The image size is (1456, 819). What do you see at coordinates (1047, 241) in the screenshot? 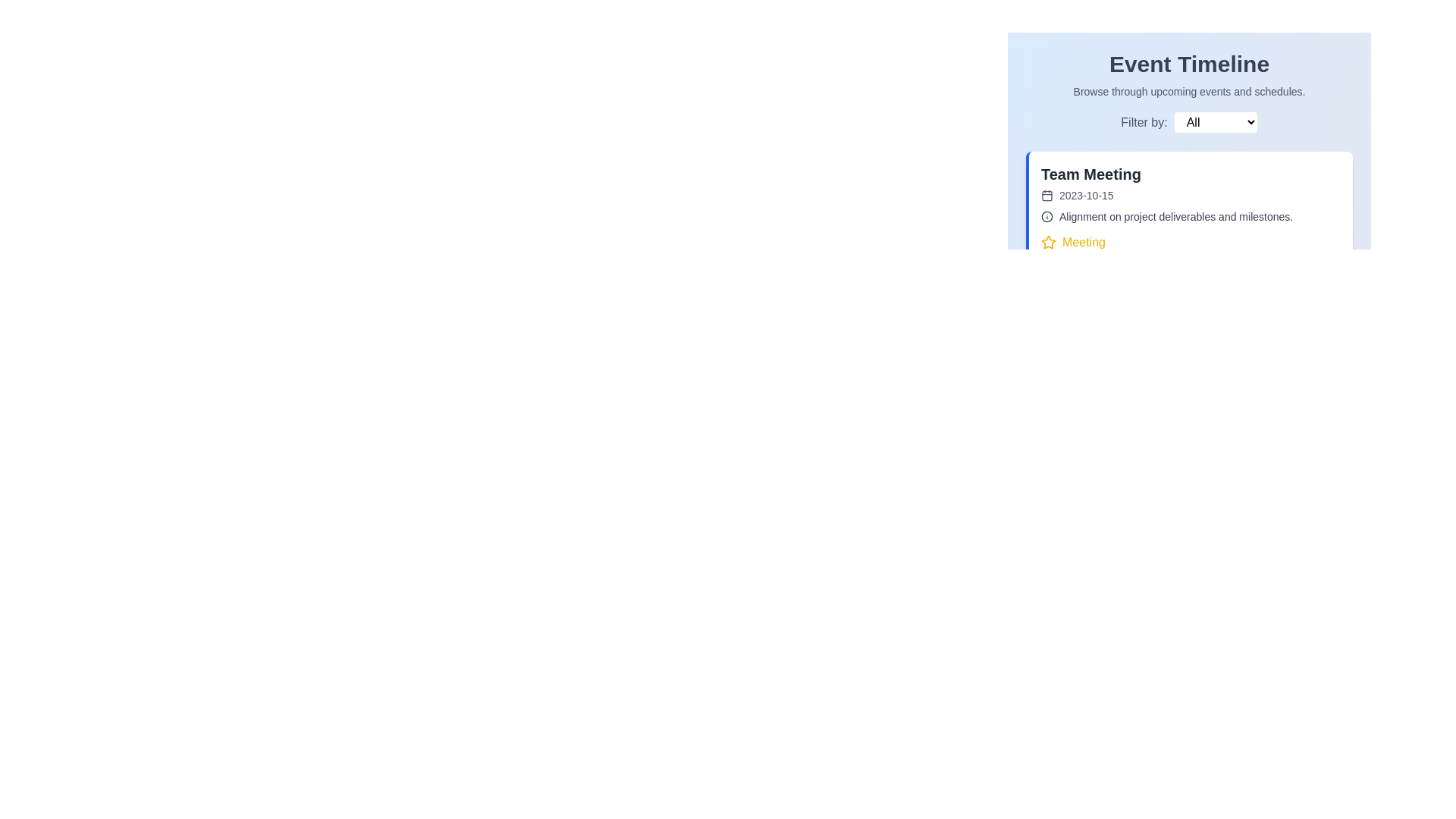
I see `the star icon representing the 'featured' status in the 'Meeting' label section of the event card under the 'Team Meeting' entry` at bounding box center [1047, 241].